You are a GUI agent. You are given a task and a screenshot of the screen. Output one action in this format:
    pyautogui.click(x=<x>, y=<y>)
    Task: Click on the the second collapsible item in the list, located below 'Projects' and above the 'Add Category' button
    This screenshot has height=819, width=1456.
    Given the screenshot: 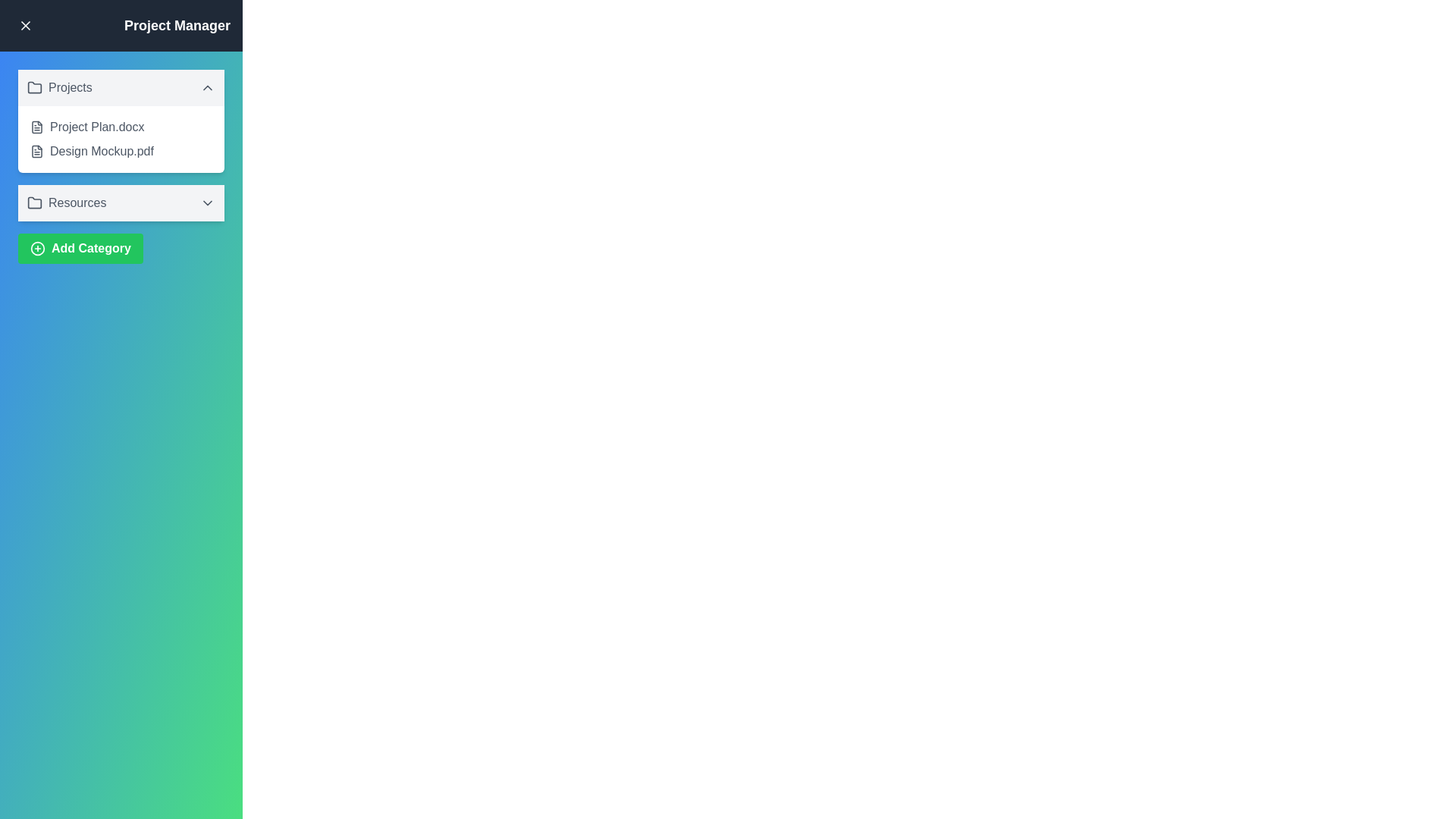 What is the action you would take?
    pyautogui.click(x=120, y=202)
    